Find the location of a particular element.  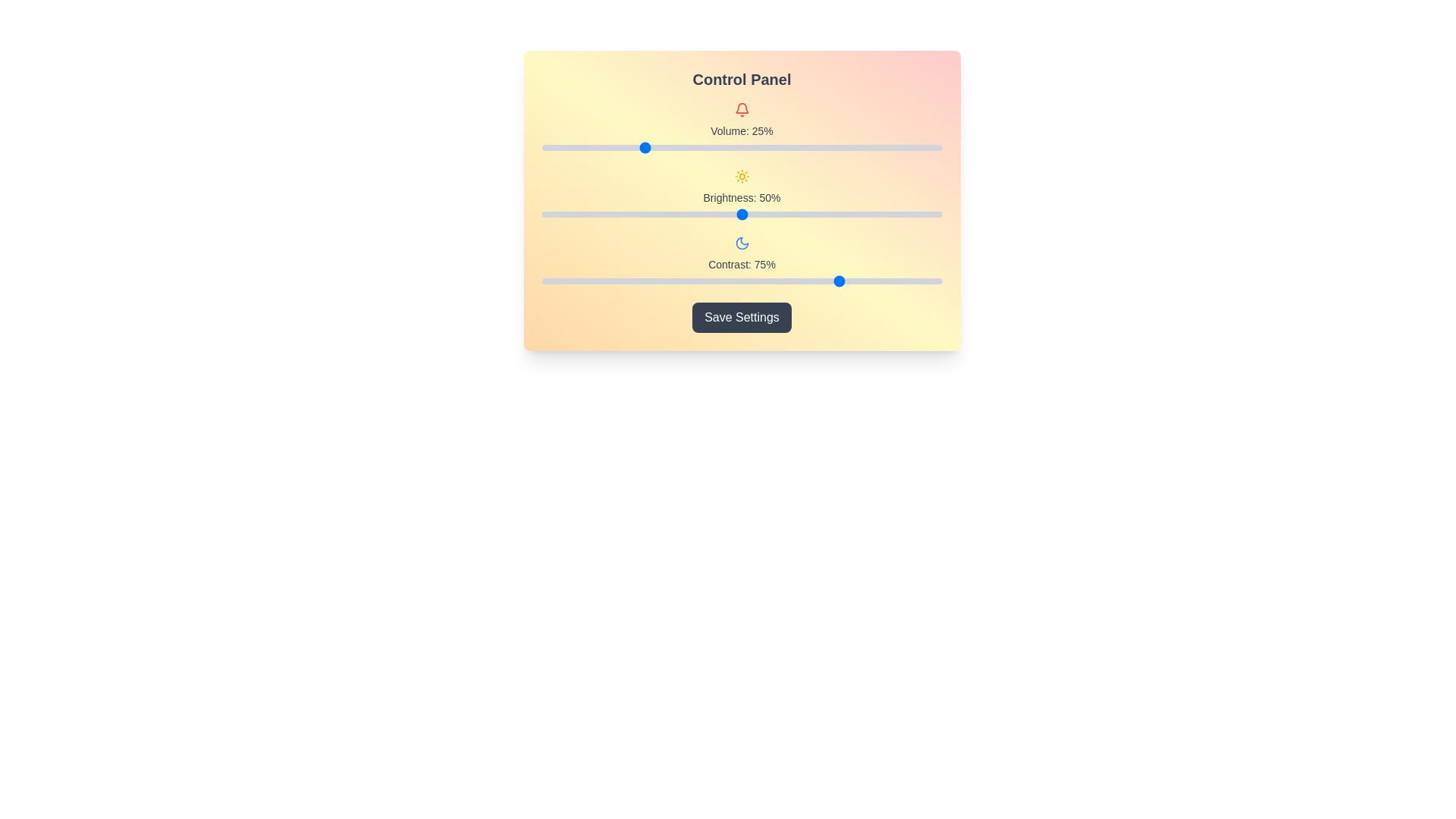

brightness is located at coordinates (673, 214).